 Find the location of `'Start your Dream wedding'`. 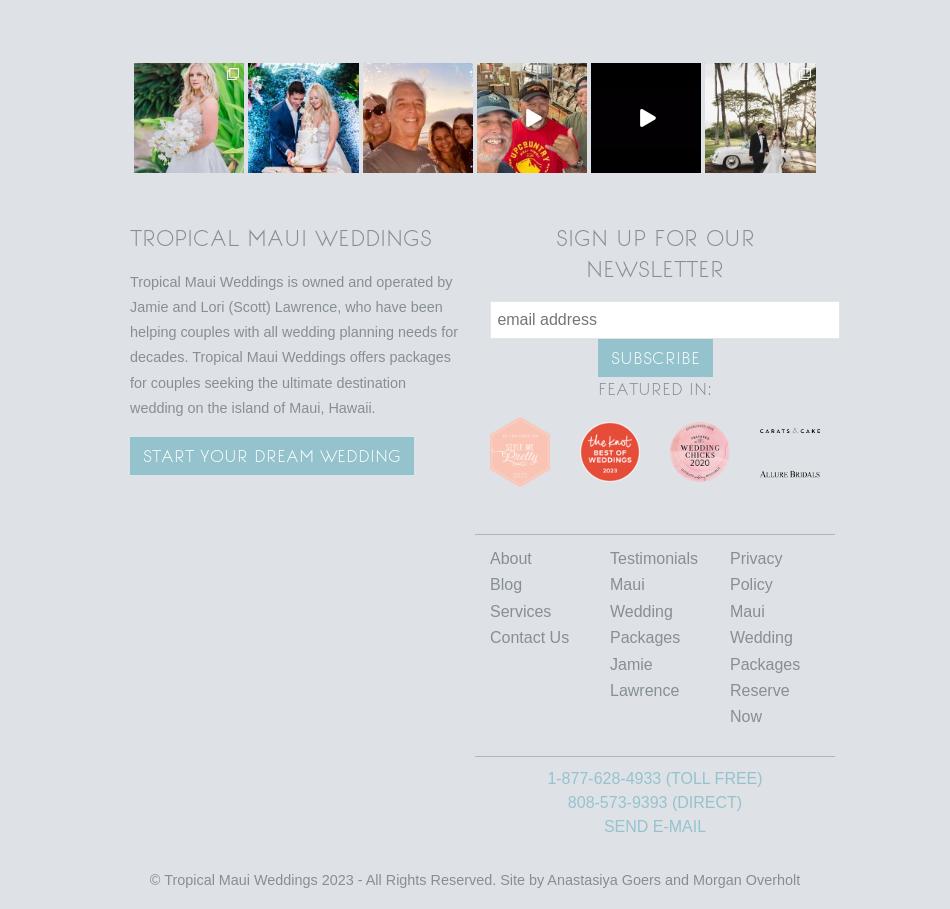

'Start your Dream wedding' is located at coordinates (270, 454).